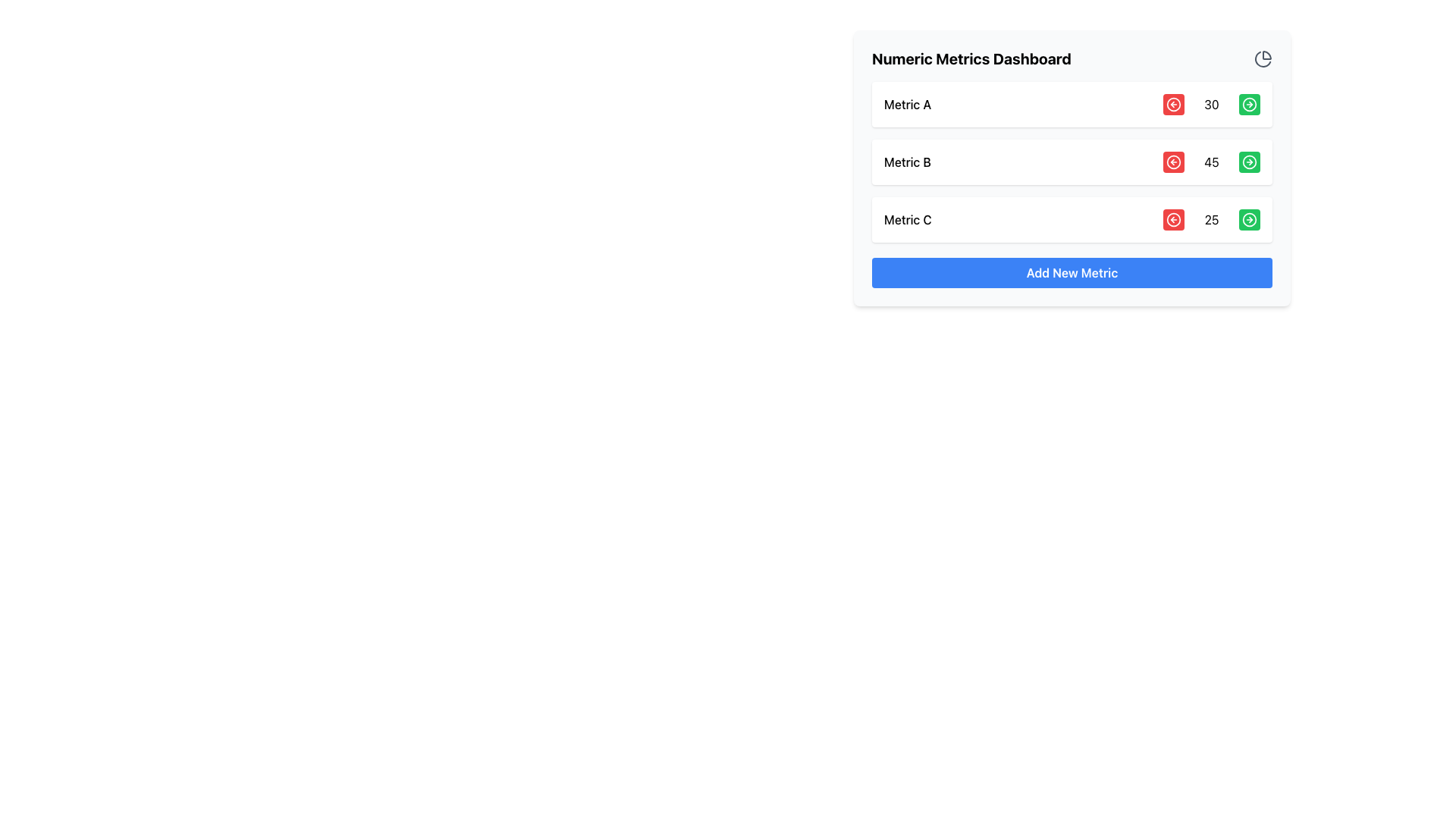 The width and height of the screenshot is (1456, 819). I want to click on the green button adjacent to the value '25' in the 'Metric C' component to increment the value, so click(1072, 219).